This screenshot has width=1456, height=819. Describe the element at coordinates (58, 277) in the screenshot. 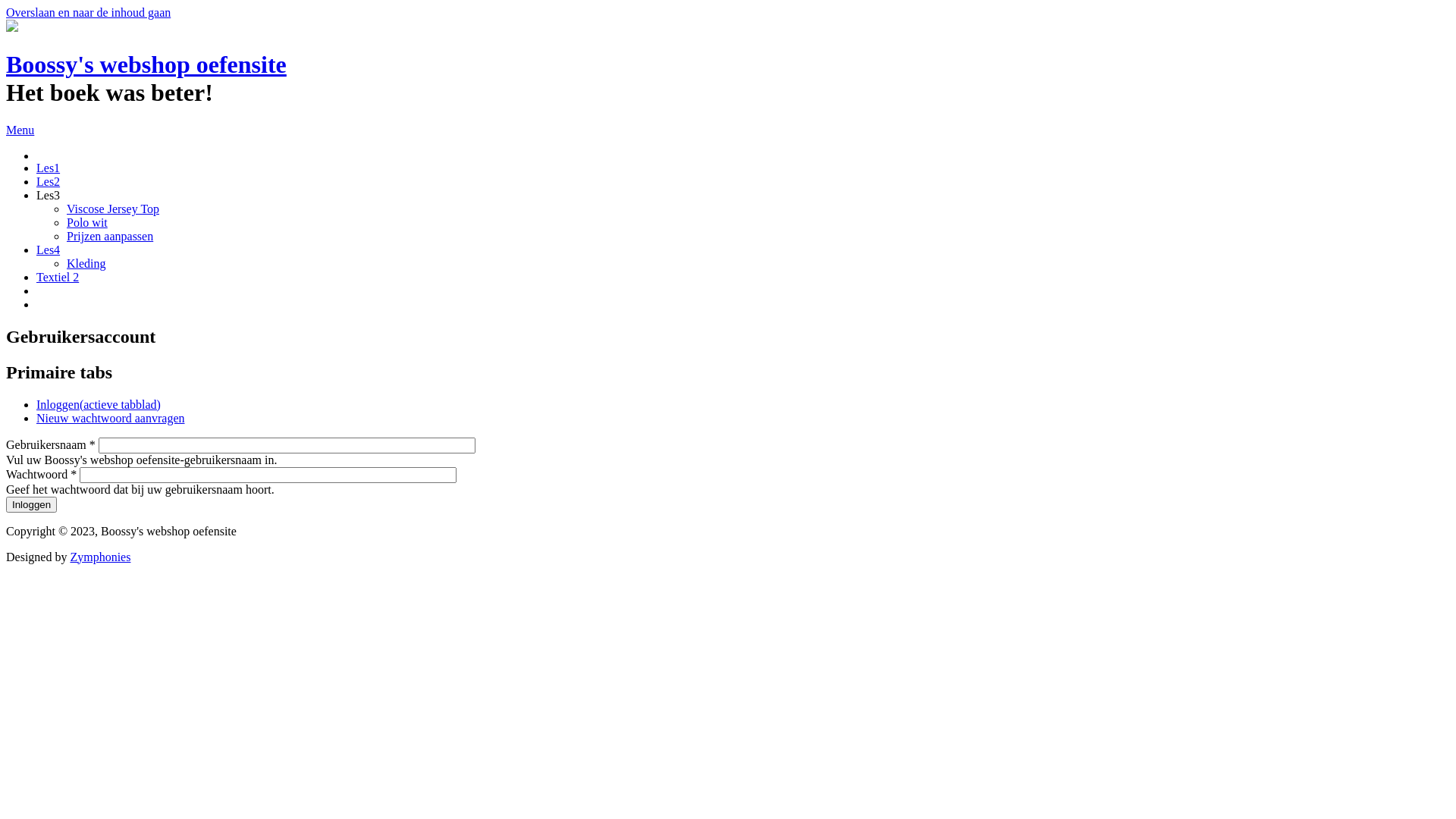

I see `'Textiel 2'` at that location.